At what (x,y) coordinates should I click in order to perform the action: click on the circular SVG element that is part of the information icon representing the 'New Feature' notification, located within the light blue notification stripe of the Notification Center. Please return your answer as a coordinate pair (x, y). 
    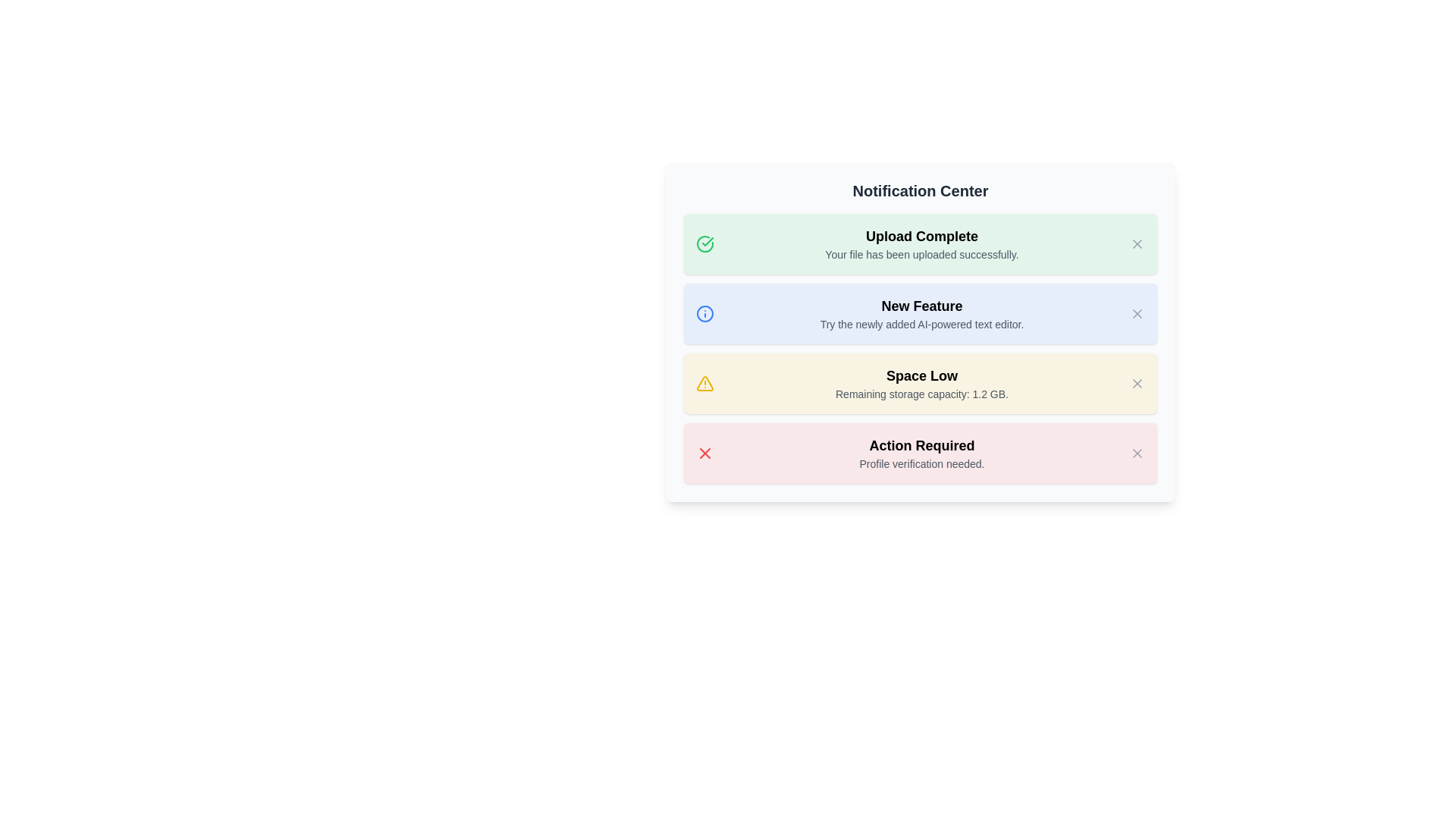
    Looking at the image, I should click on (704, 312).